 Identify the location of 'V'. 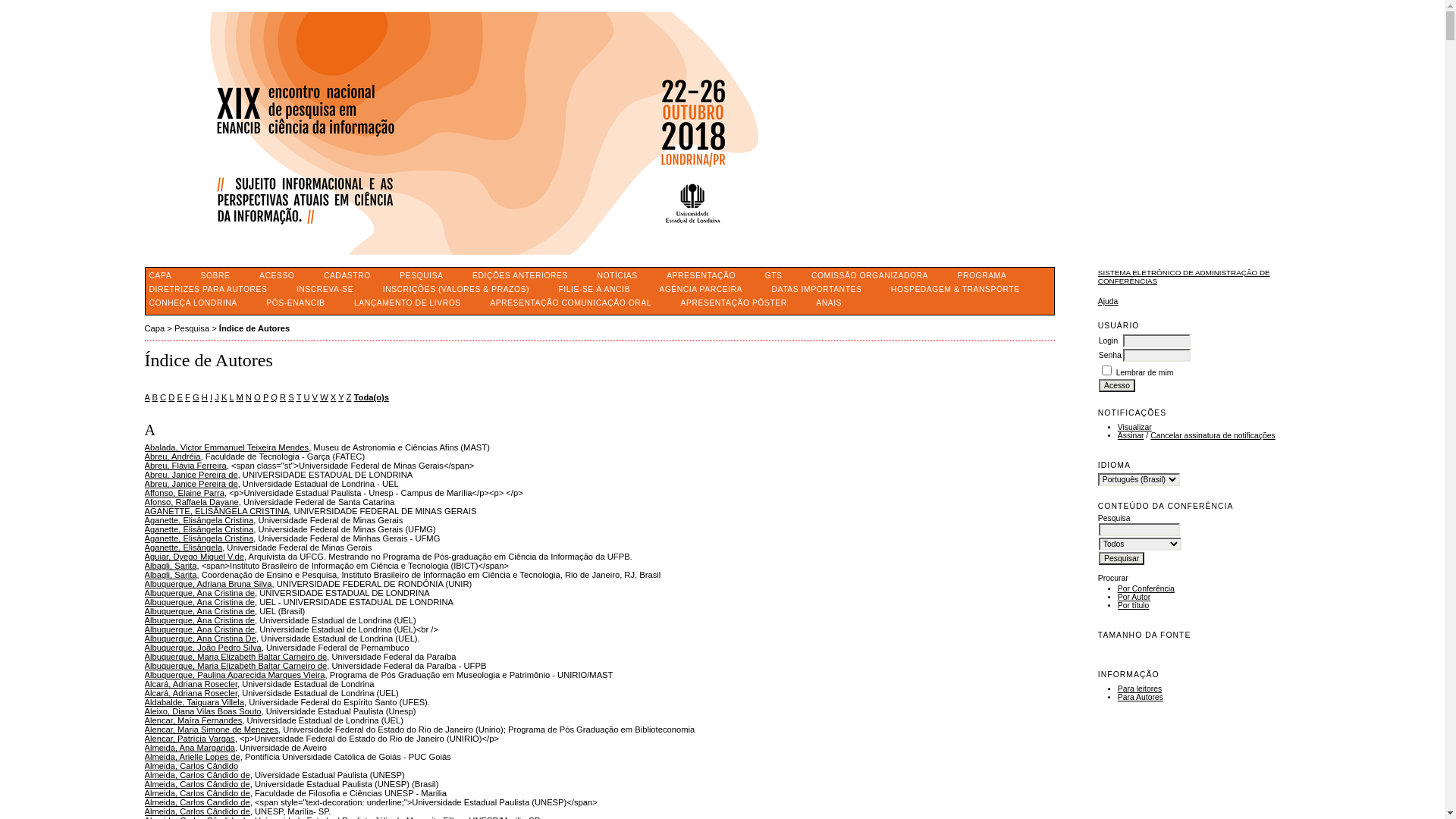
(314, 397).